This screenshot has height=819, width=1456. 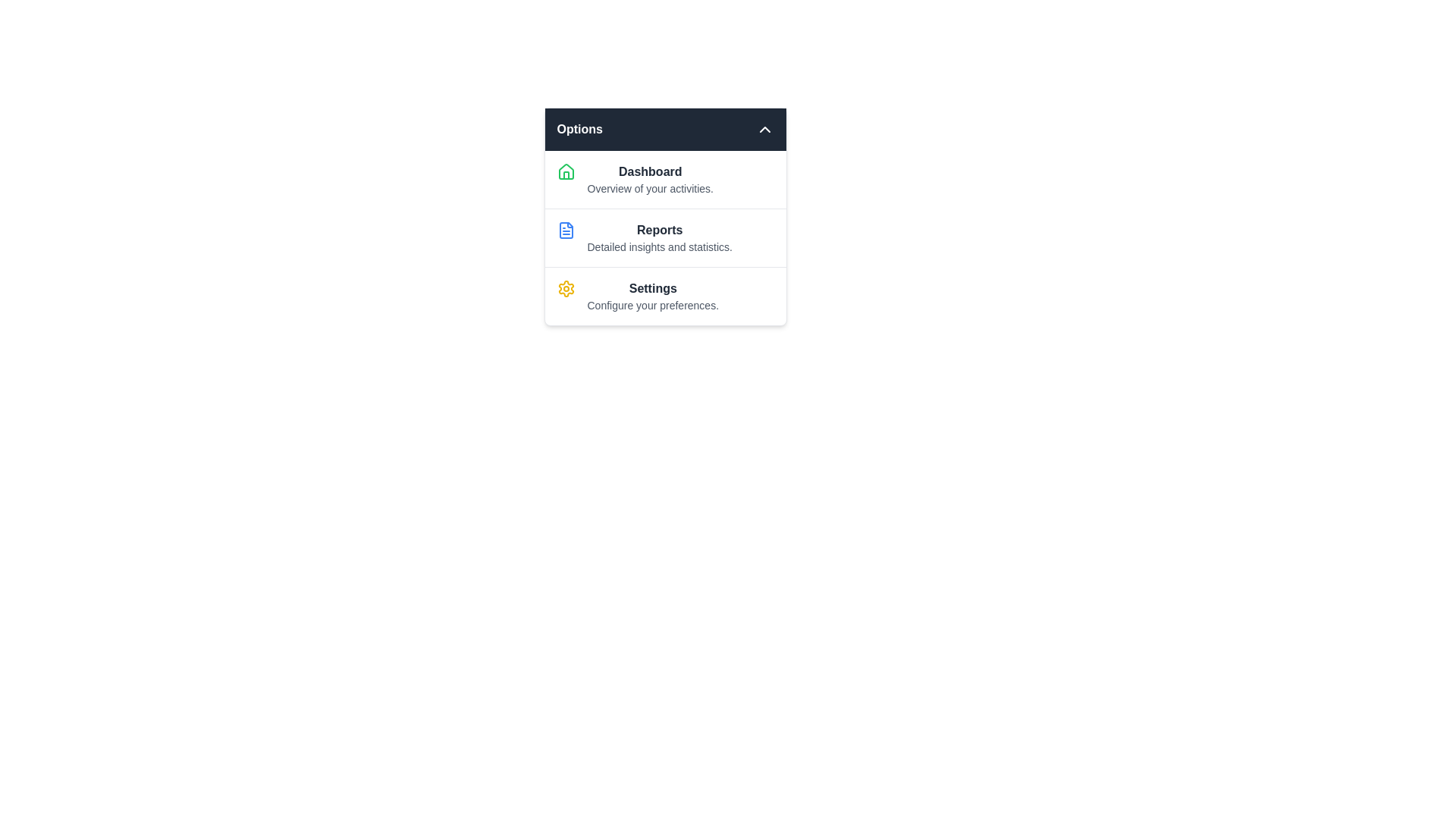 I want to click on text label 'Configure your preferences.' located under the 'Settings' title in the user interface card, so click(x=653, y=305).